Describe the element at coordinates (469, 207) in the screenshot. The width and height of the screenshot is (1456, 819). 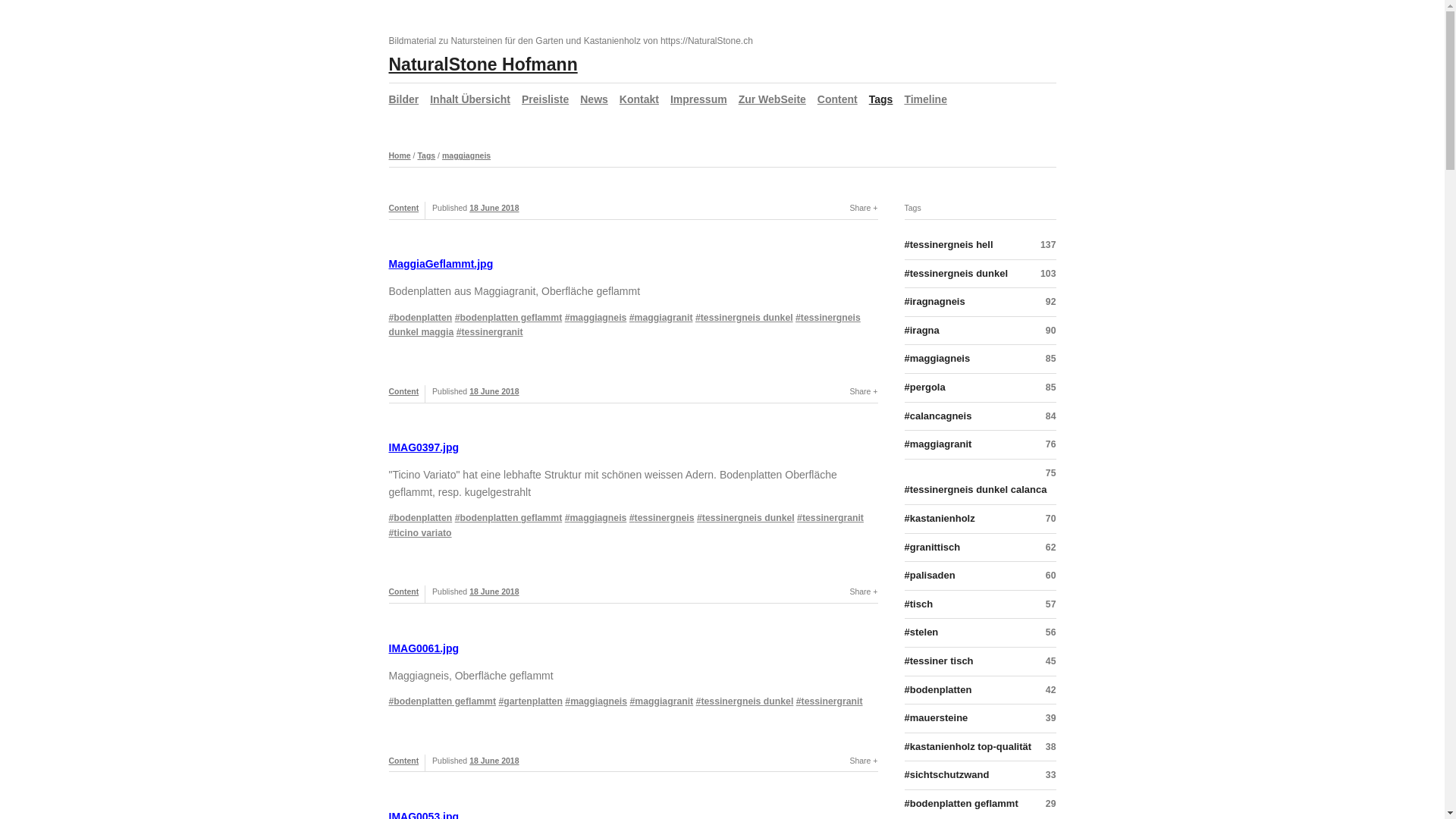
I see `'18 June 2018'` at that location.